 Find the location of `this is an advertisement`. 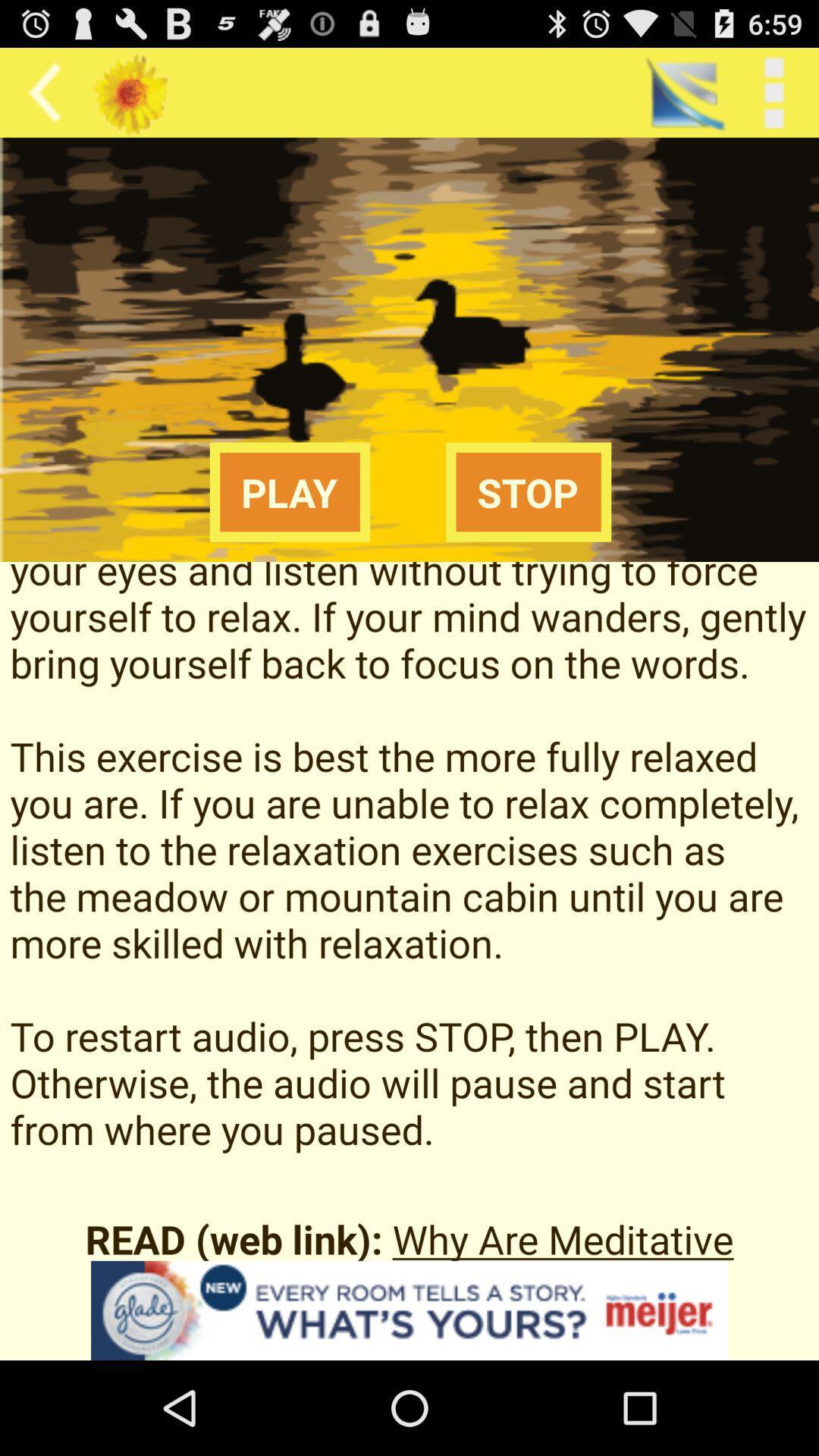

this is an advertisement is located at coordinates (409, 1310).